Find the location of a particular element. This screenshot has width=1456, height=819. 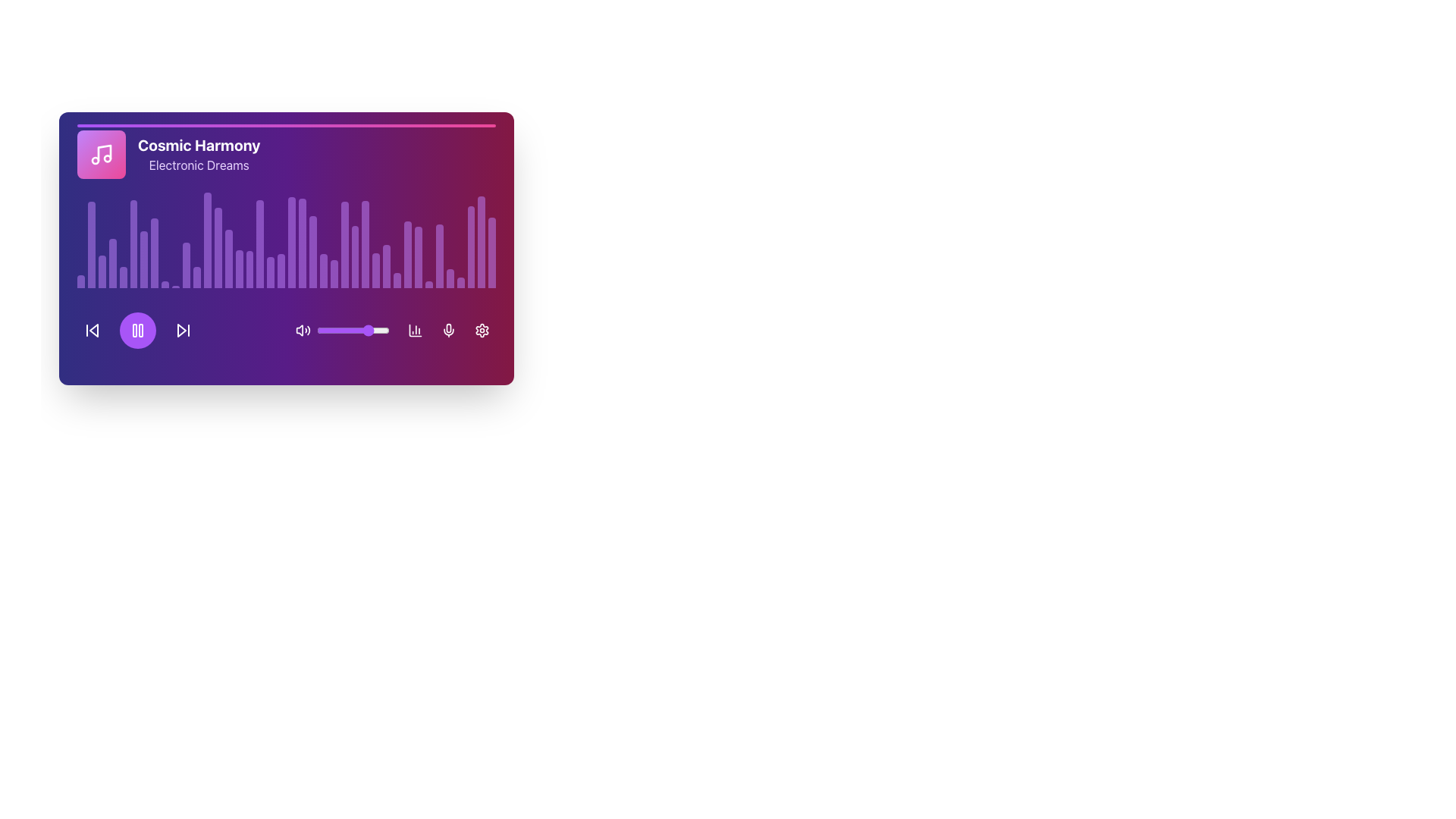

the 7th vertical bar in the equalizer section of the music player, which has a purple background and rounded edges at the top is located at coordinates (144, 259).